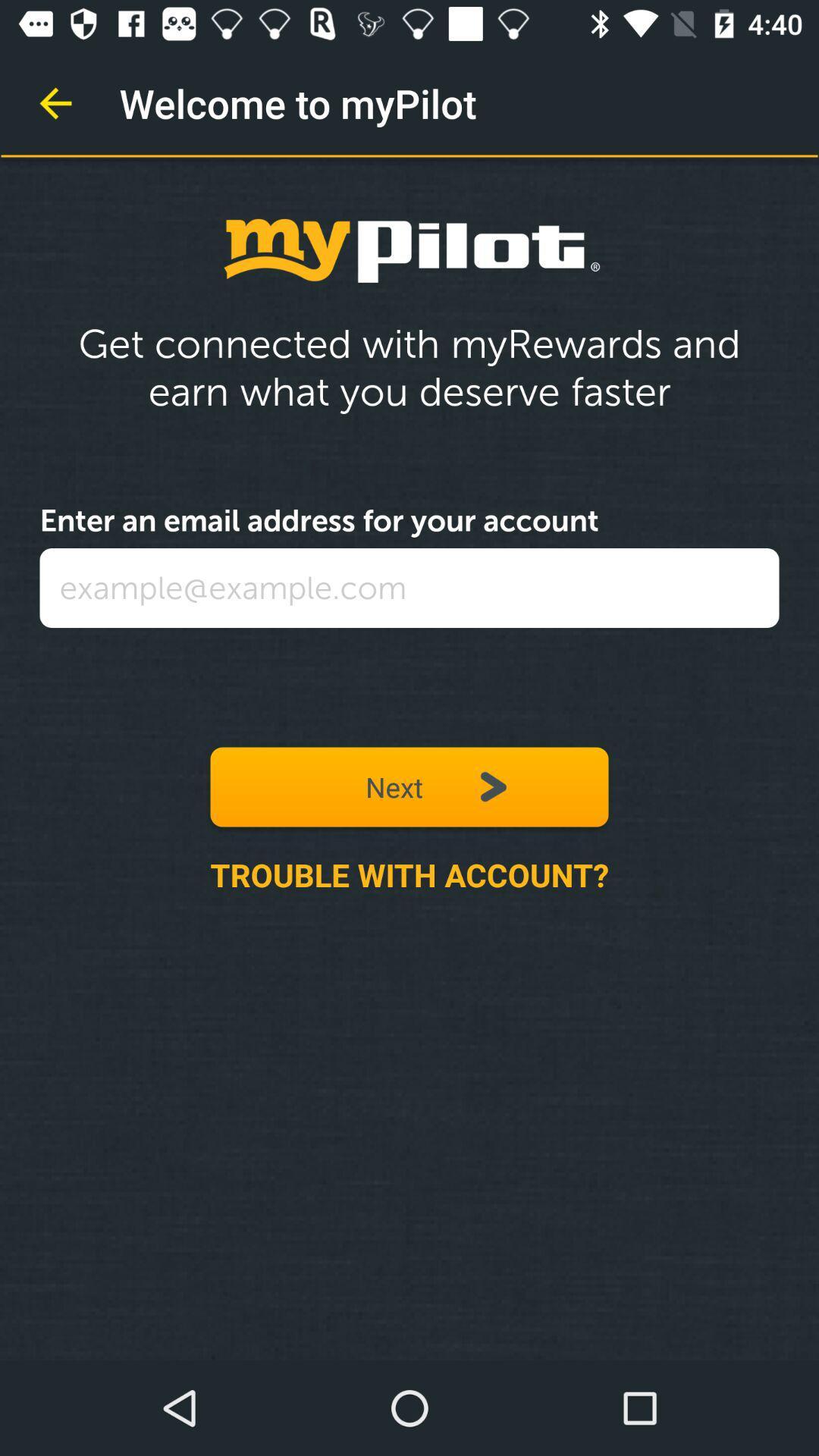 This screenshot has height=1456, width=819. What do you see at coordinates (55, 102) in the screenshot?
I see `the item at the top left corner` at bounding box center [55, 102].